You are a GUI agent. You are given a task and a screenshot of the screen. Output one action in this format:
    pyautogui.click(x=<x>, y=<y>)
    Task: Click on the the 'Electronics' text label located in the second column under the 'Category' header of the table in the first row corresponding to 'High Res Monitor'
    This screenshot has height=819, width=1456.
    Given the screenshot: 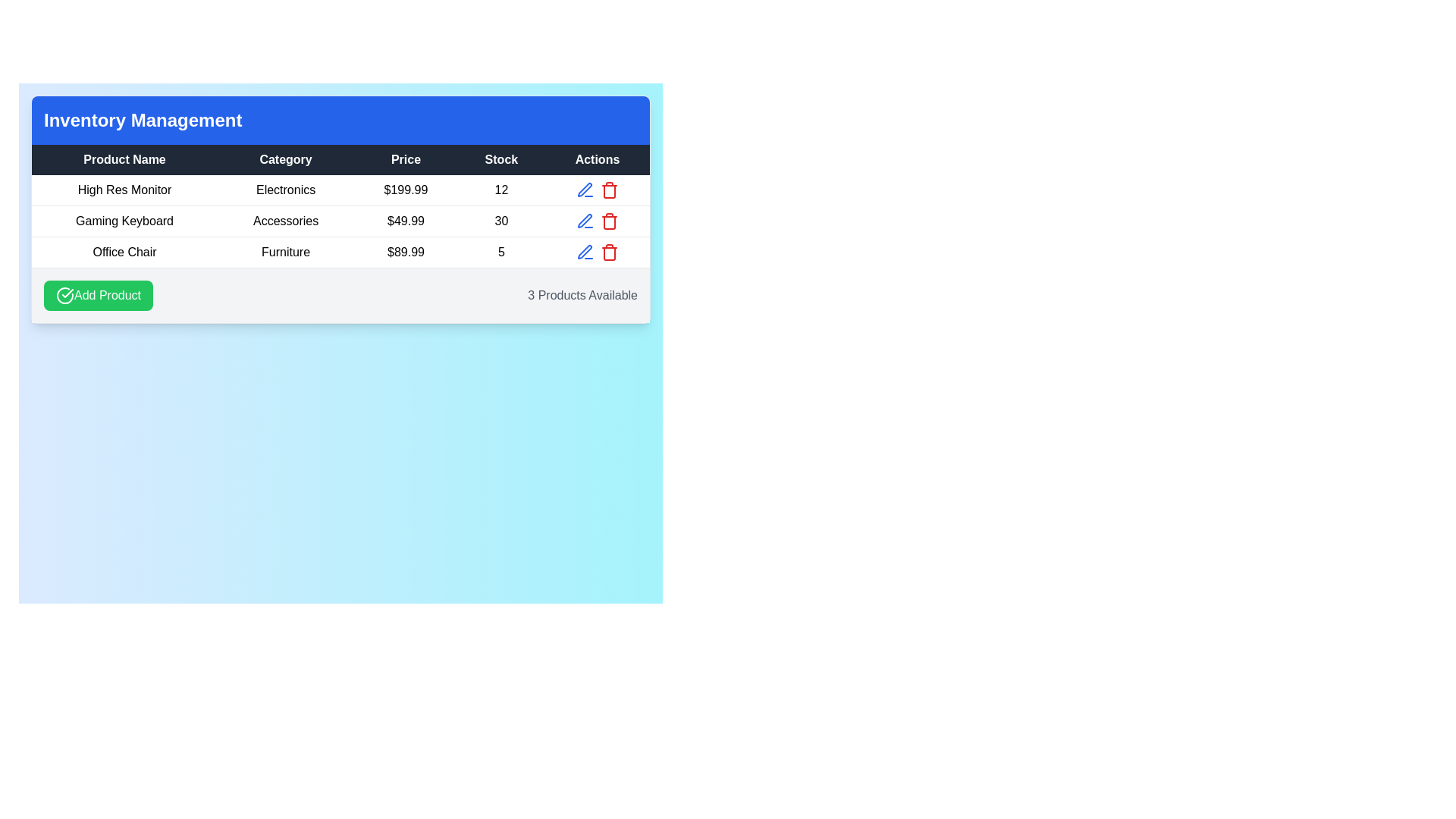 What is the action you would take?
    pyautogui.click(x=286, y=190)
    